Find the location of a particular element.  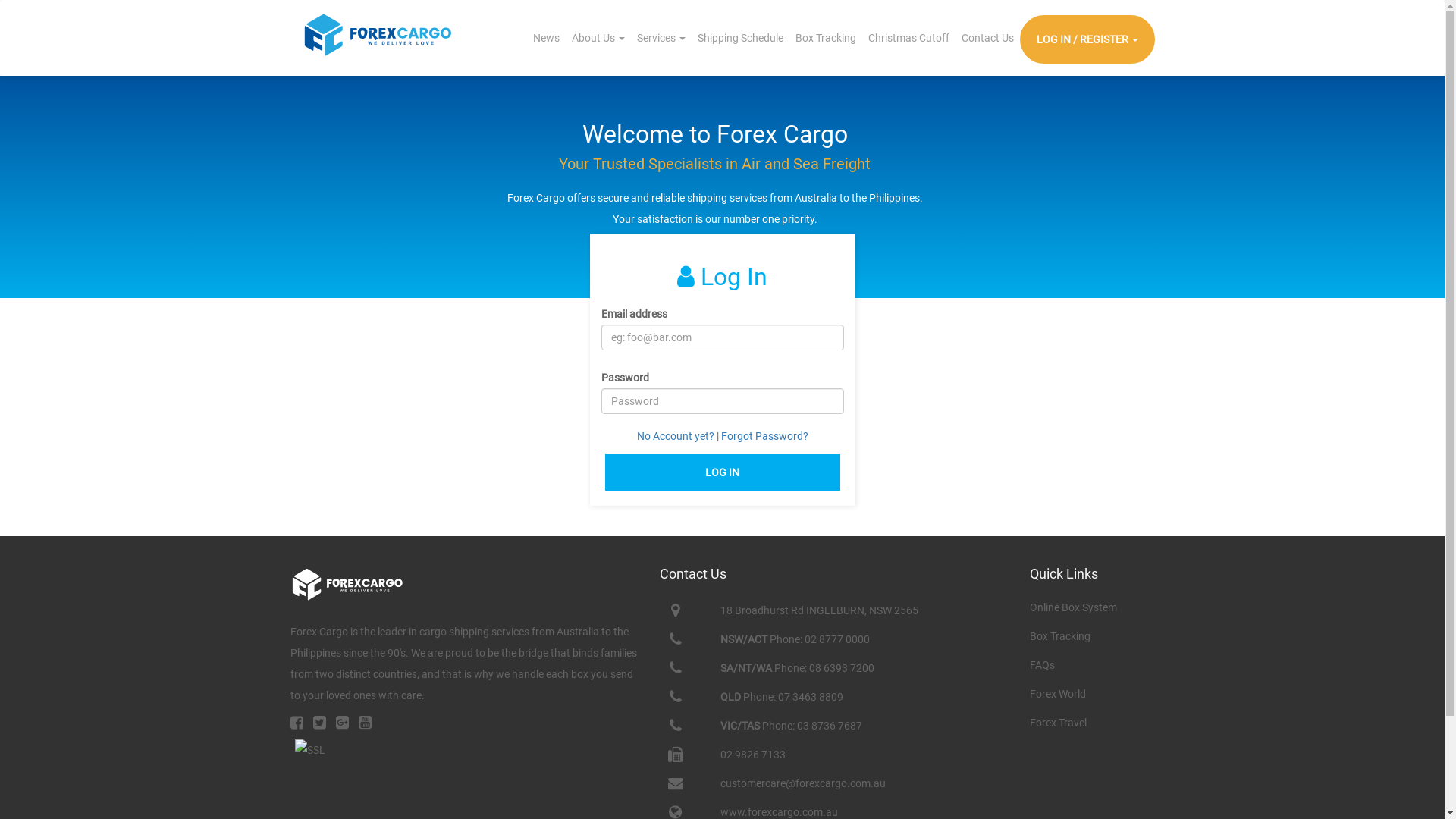

'GlobalSign Site Seal' is located at coordinates (294, 758).